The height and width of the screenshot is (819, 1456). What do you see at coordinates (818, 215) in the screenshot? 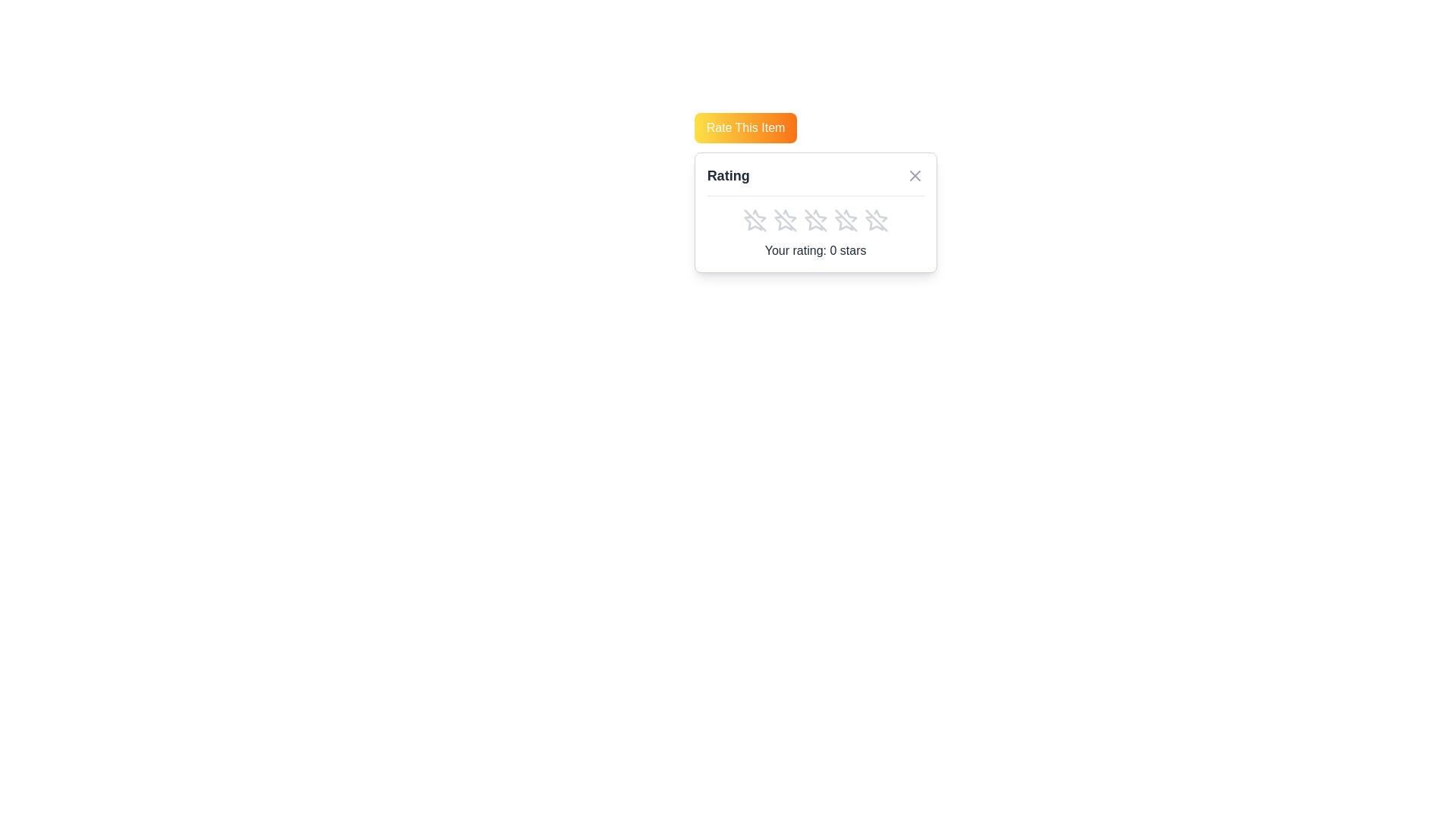
I see `the second star icon in the rating widget` at bounding box center [818, 215].